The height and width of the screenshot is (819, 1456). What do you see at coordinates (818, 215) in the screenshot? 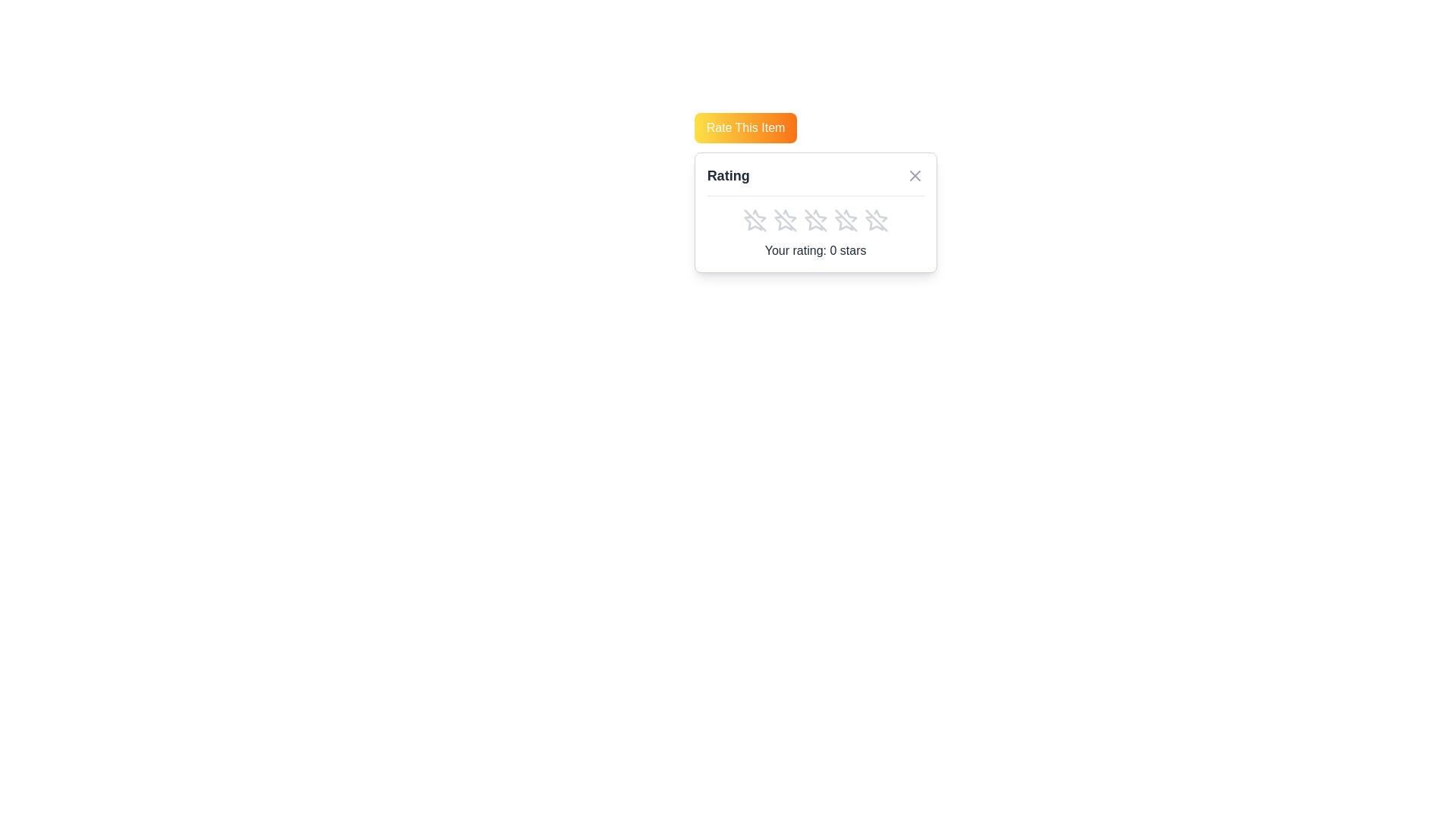
I see `the second star icon in the rating widget` at bounding box center [818, 215].